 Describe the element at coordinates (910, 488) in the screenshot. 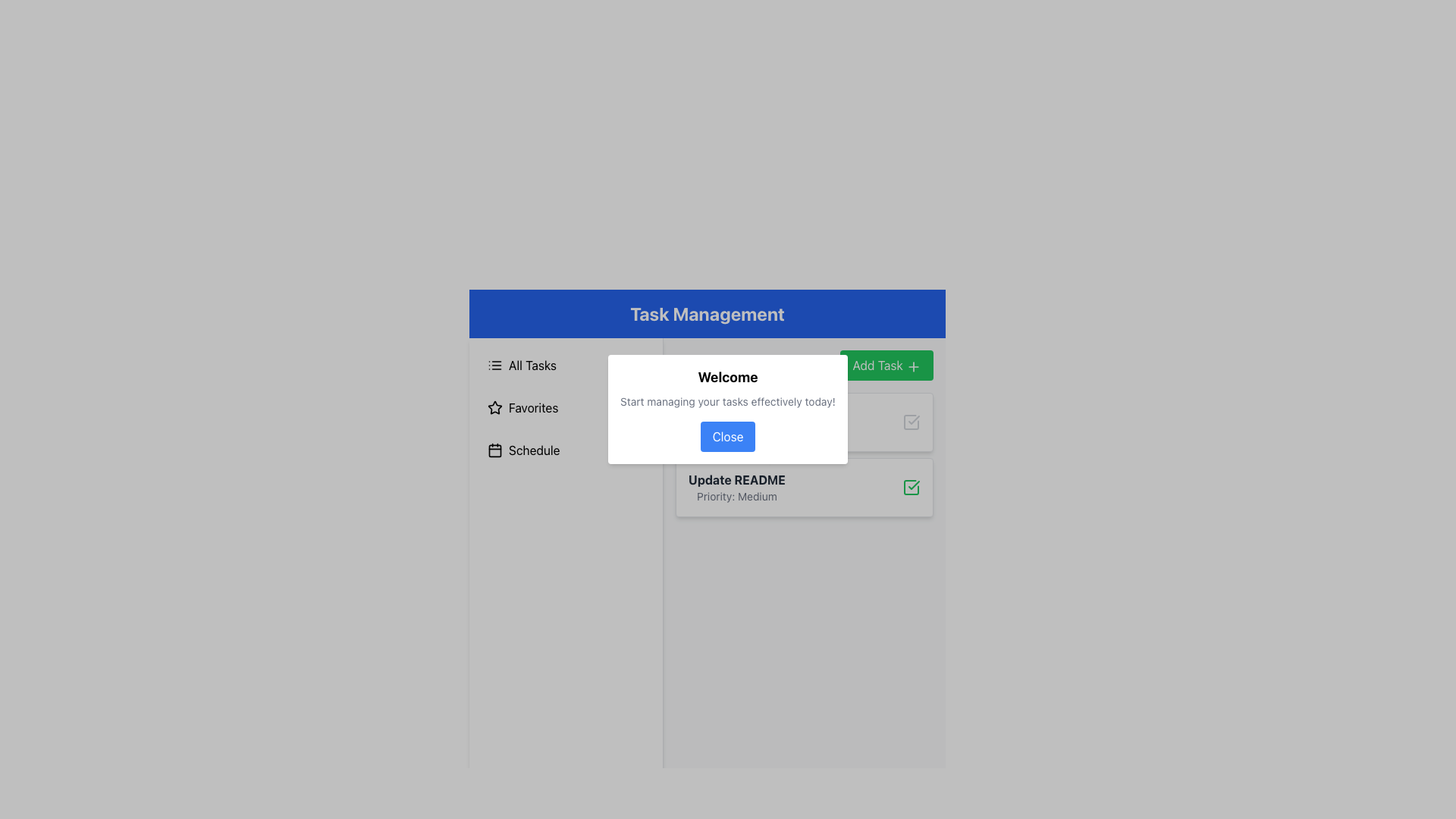

I see `the completion icon located at the right end of the task card titled 'Update README' to check or uncheck the task` at that location.